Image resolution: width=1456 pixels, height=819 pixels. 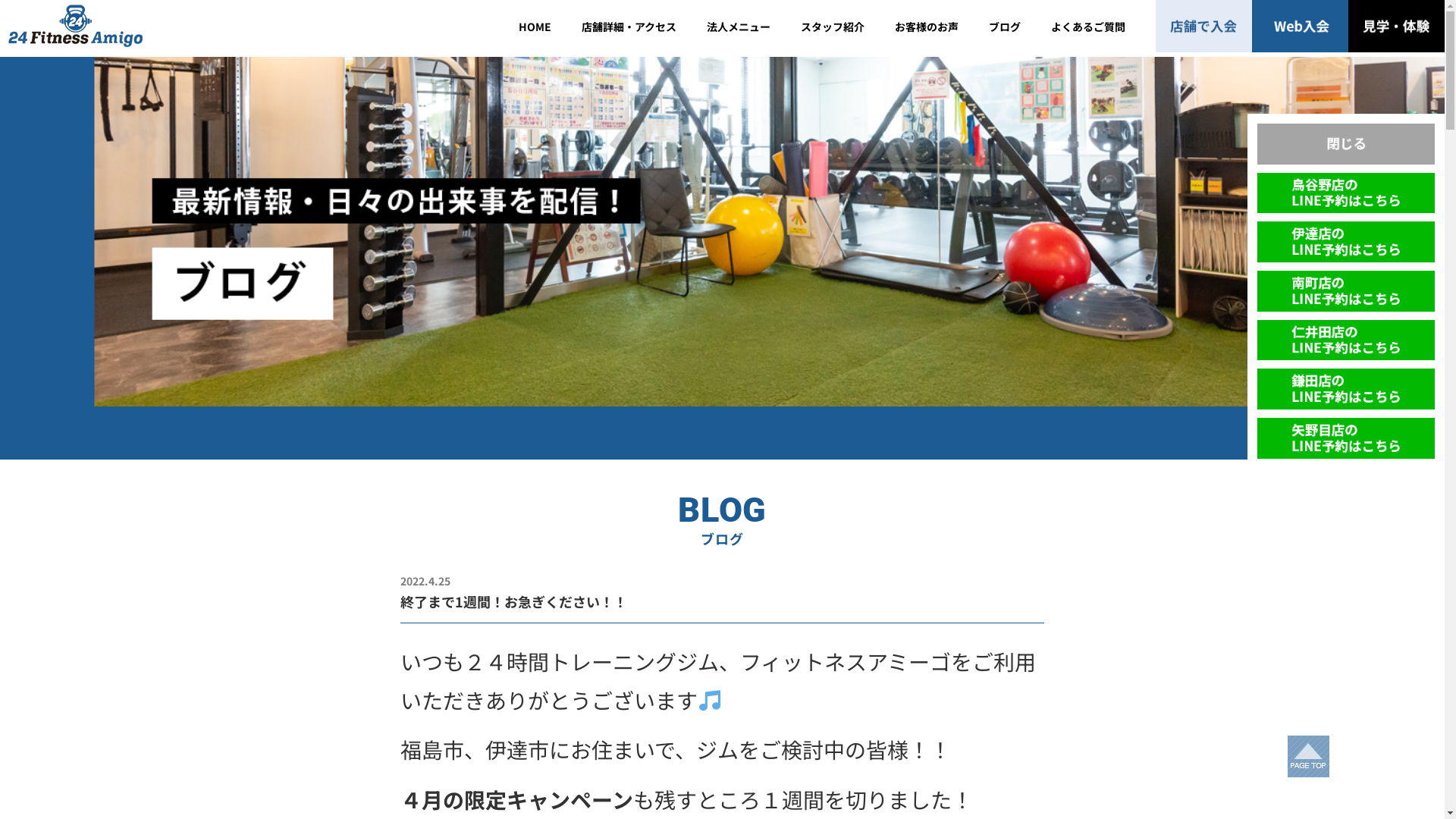 What do you see at coordinates (535, 26) in the screenshot?
I see `'HOME'` at bounding box center [535, 26].